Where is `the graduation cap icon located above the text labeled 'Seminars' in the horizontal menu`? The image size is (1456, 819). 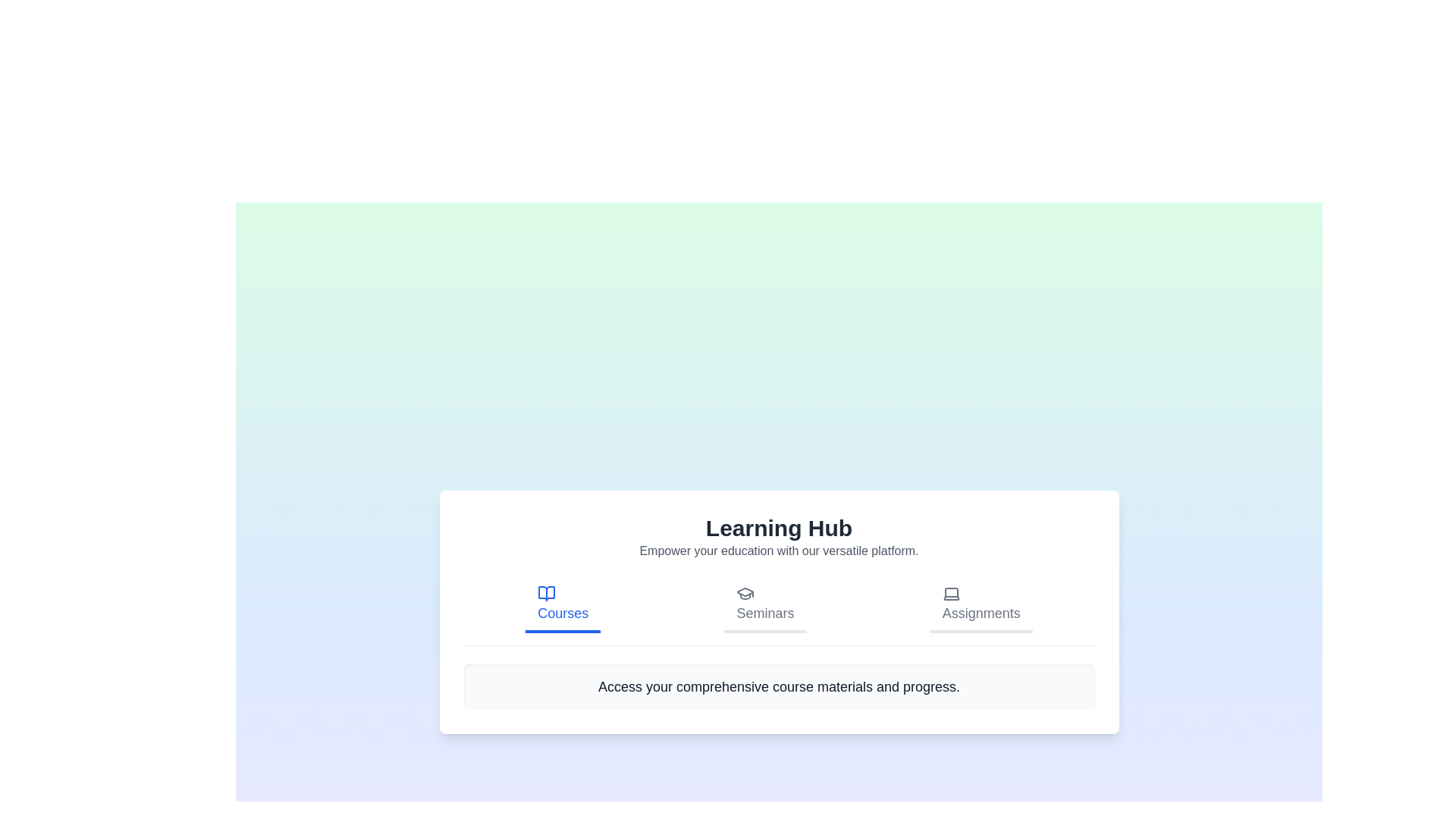
the graduation cap icon located above the text labeled 'Seminars' in the horizontal menu is located at coordinates (745, 592).